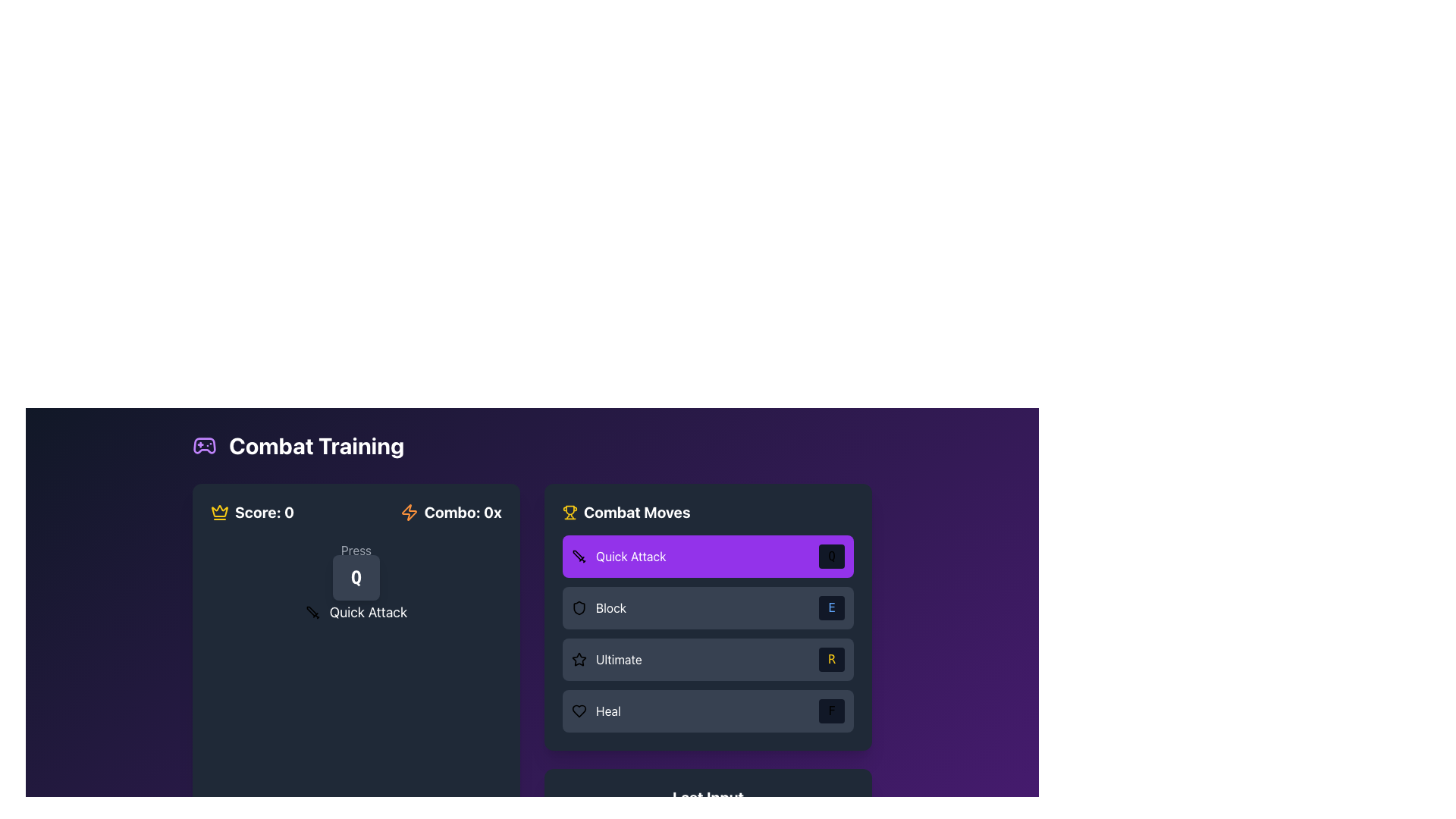 This screenshot has height=819, width=1456. What do you see at coordinates (708, 607) in the screenshot?
I see `the 'Block' action button located in the combat moves section, which is the second block in a vertical list of combat actions` at bounding box center [708, 607].